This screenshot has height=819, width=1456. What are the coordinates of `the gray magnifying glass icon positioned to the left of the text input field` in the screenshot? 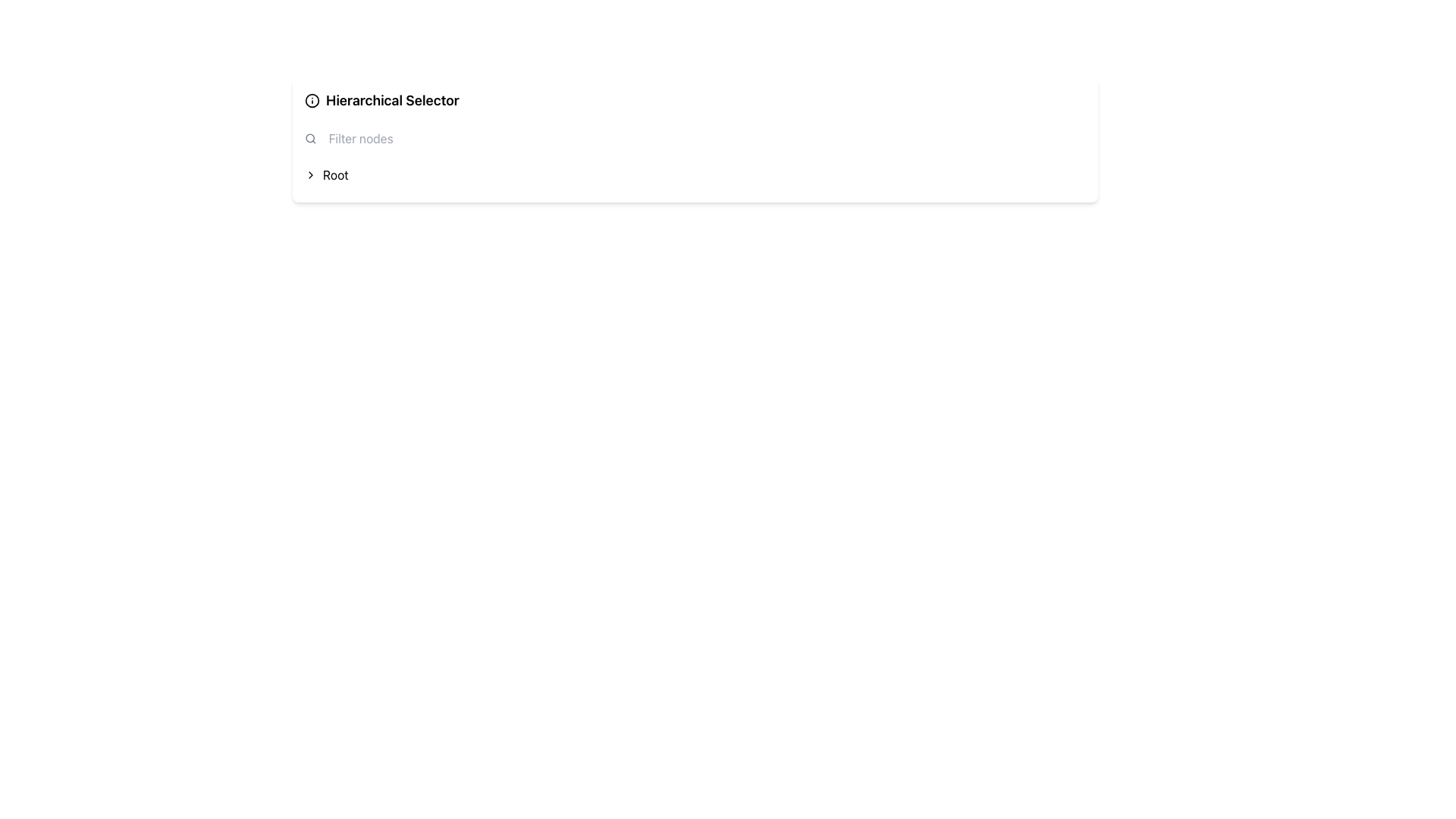 It's located at (309, 138).